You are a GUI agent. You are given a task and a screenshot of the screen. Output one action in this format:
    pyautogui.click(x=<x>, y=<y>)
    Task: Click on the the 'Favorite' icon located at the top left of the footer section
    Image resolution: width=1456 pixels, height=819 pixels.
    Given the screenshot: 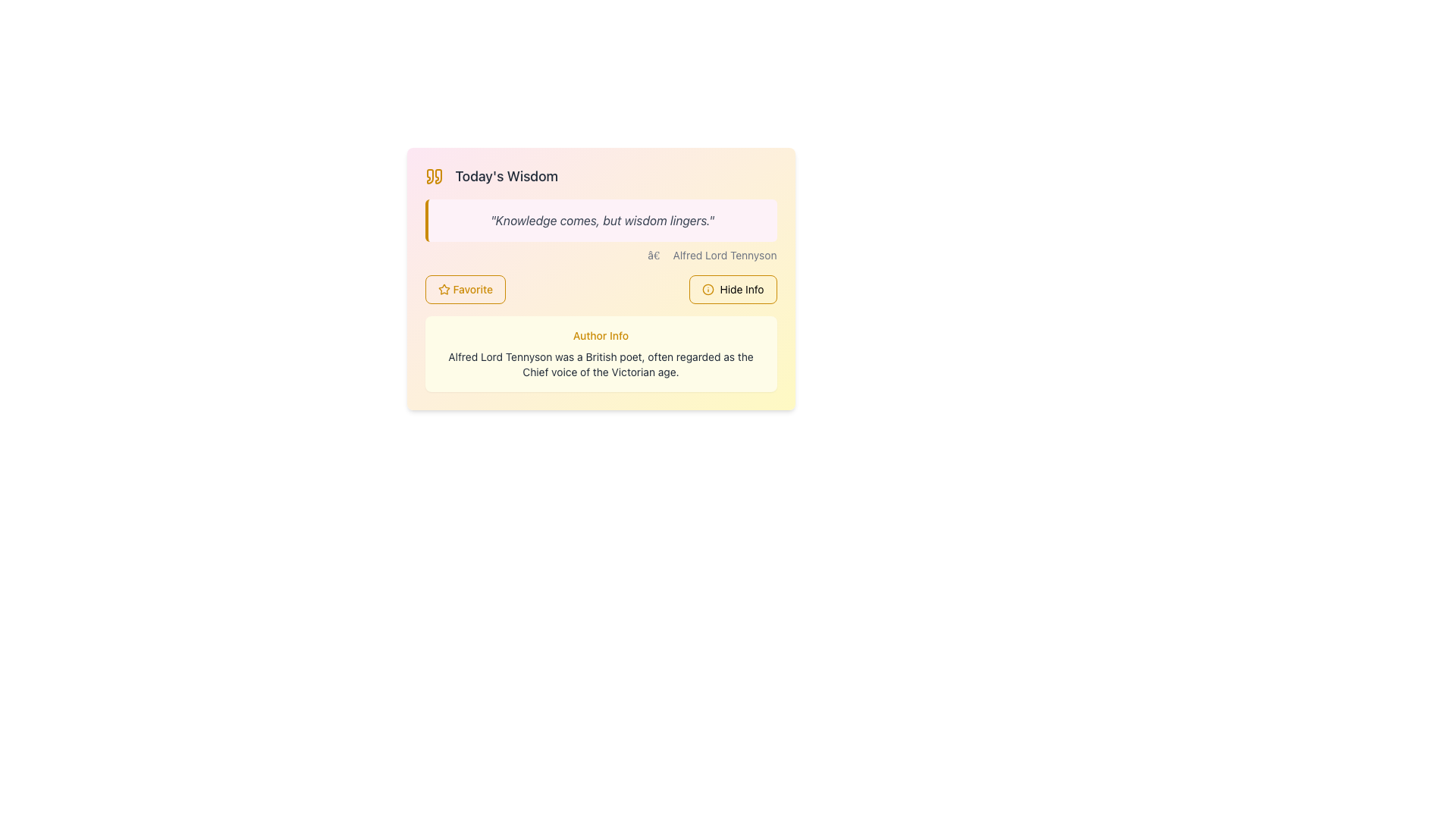 What is the action you would take?
    pyautogui.click(x=443, y=289)
    